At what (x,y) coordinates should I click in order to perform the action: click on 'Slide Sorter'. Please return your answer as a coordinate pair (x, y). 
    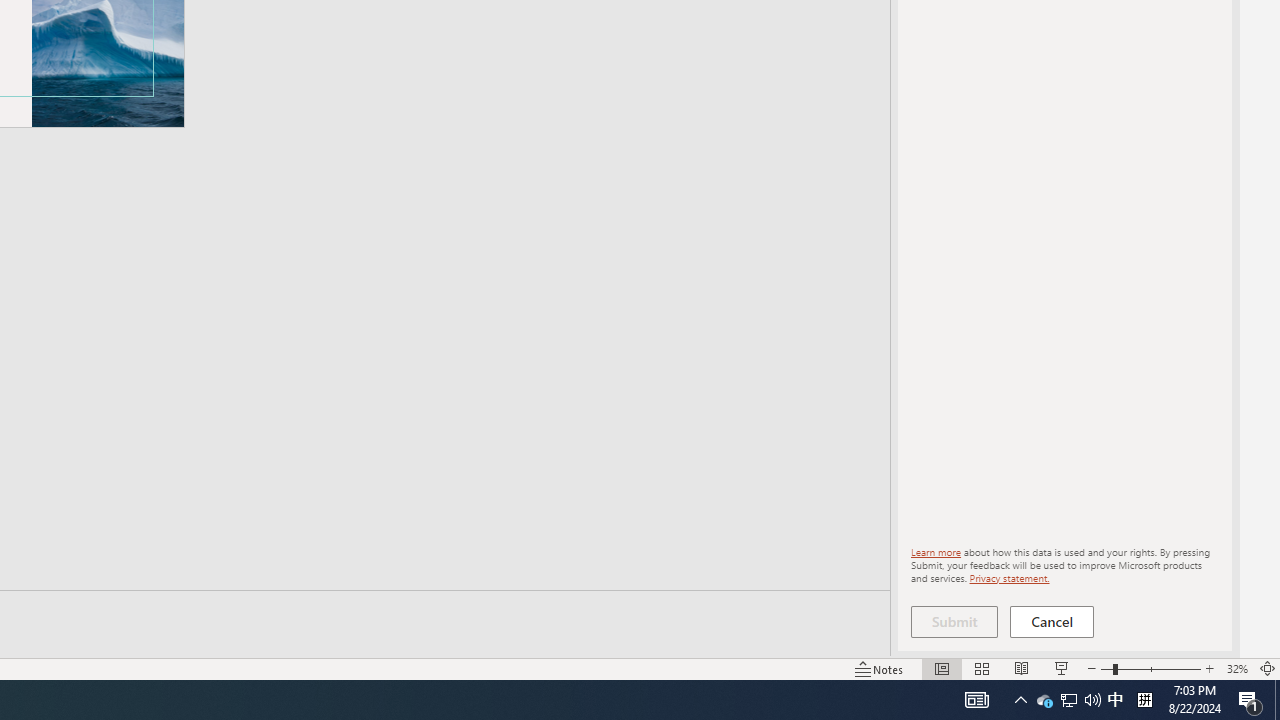
    Looking at the image, I should click on (982, 669).